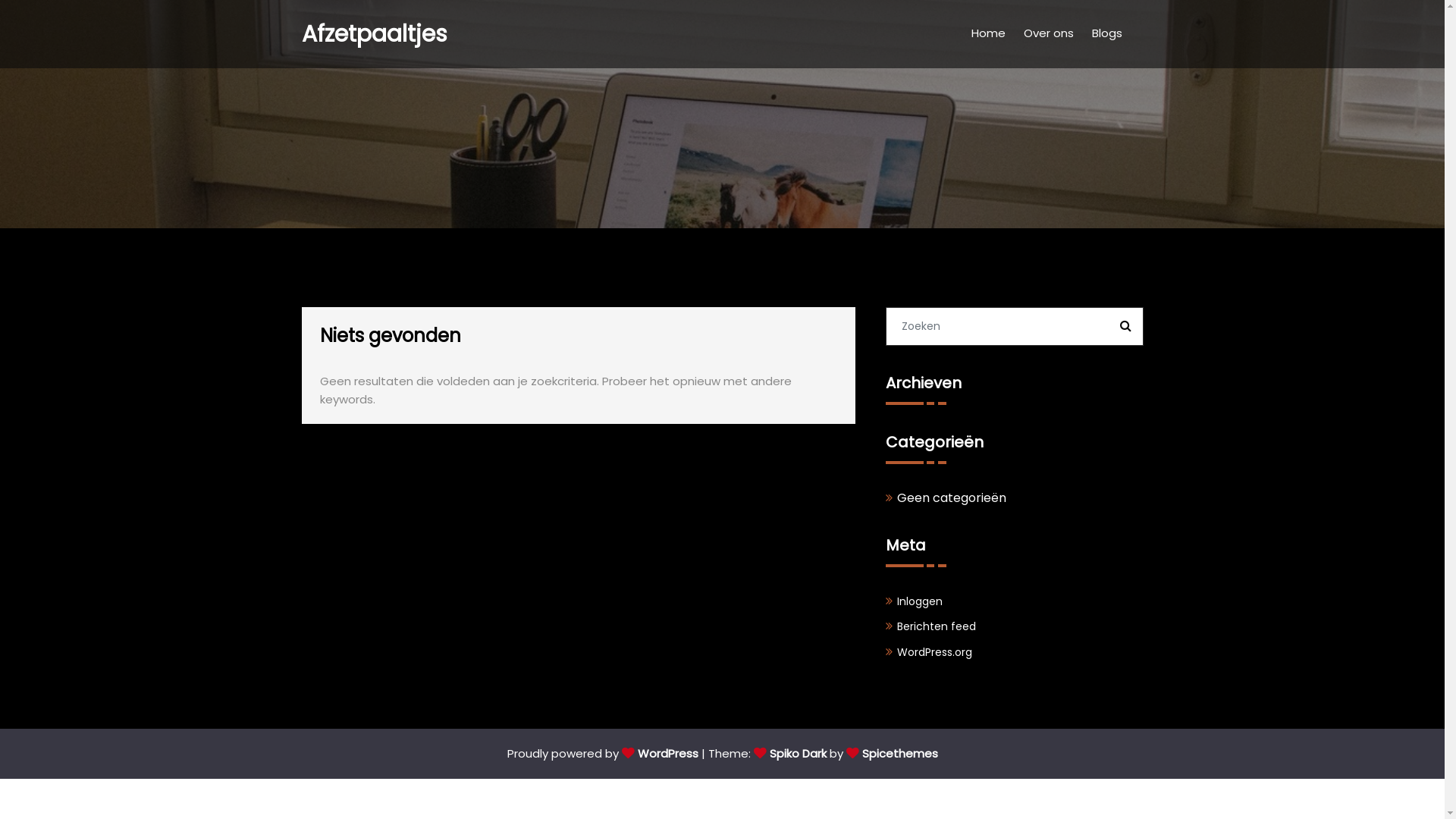 The width and height of the screenshot is (1456, 819). Describe the element at coordinates (1106, 34) in the screenshot. I see `'Blogs'` at that location.